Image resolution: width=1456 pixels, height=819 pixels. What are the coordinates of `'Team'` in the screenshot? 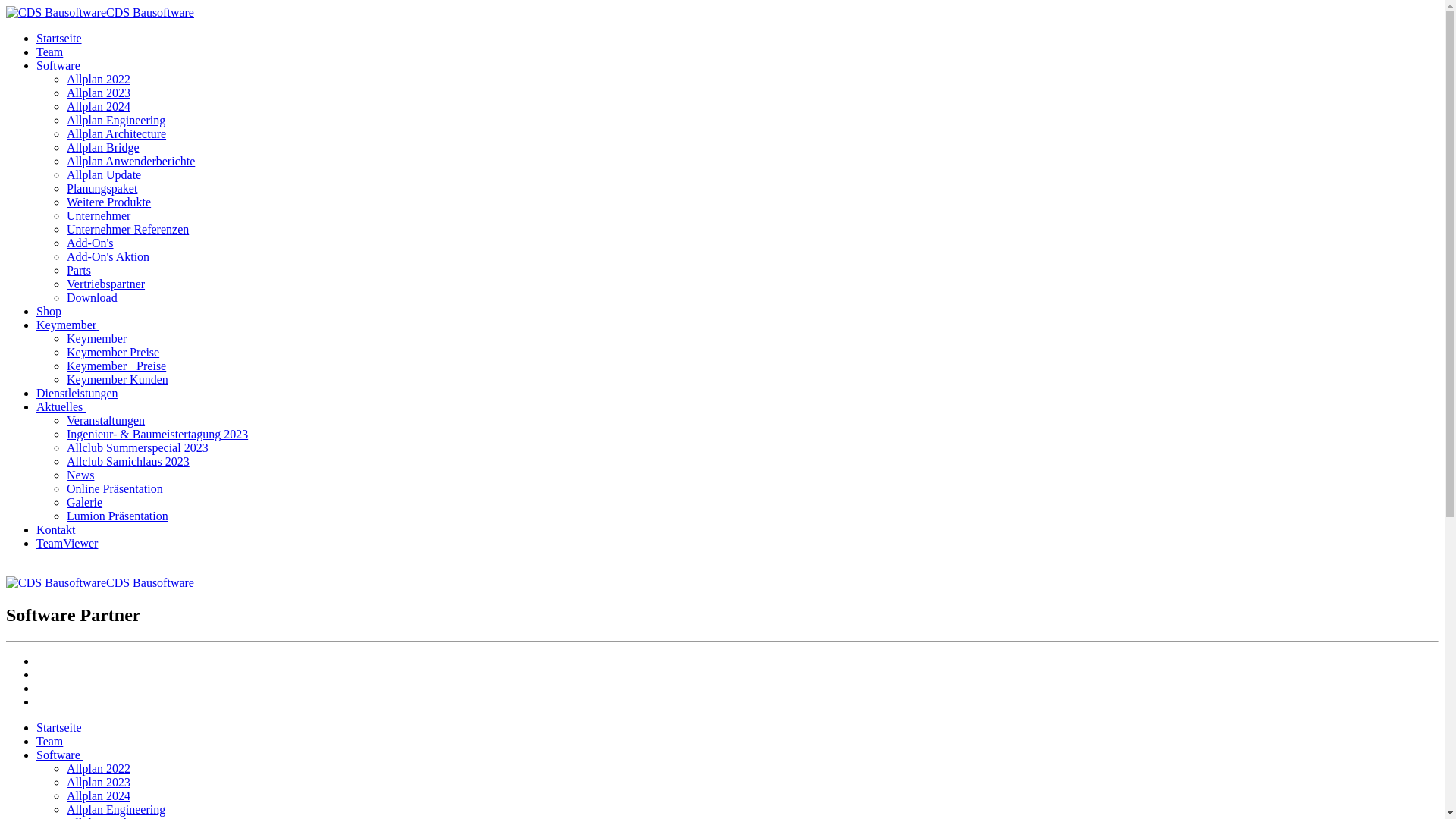 It's located at (49, 51).